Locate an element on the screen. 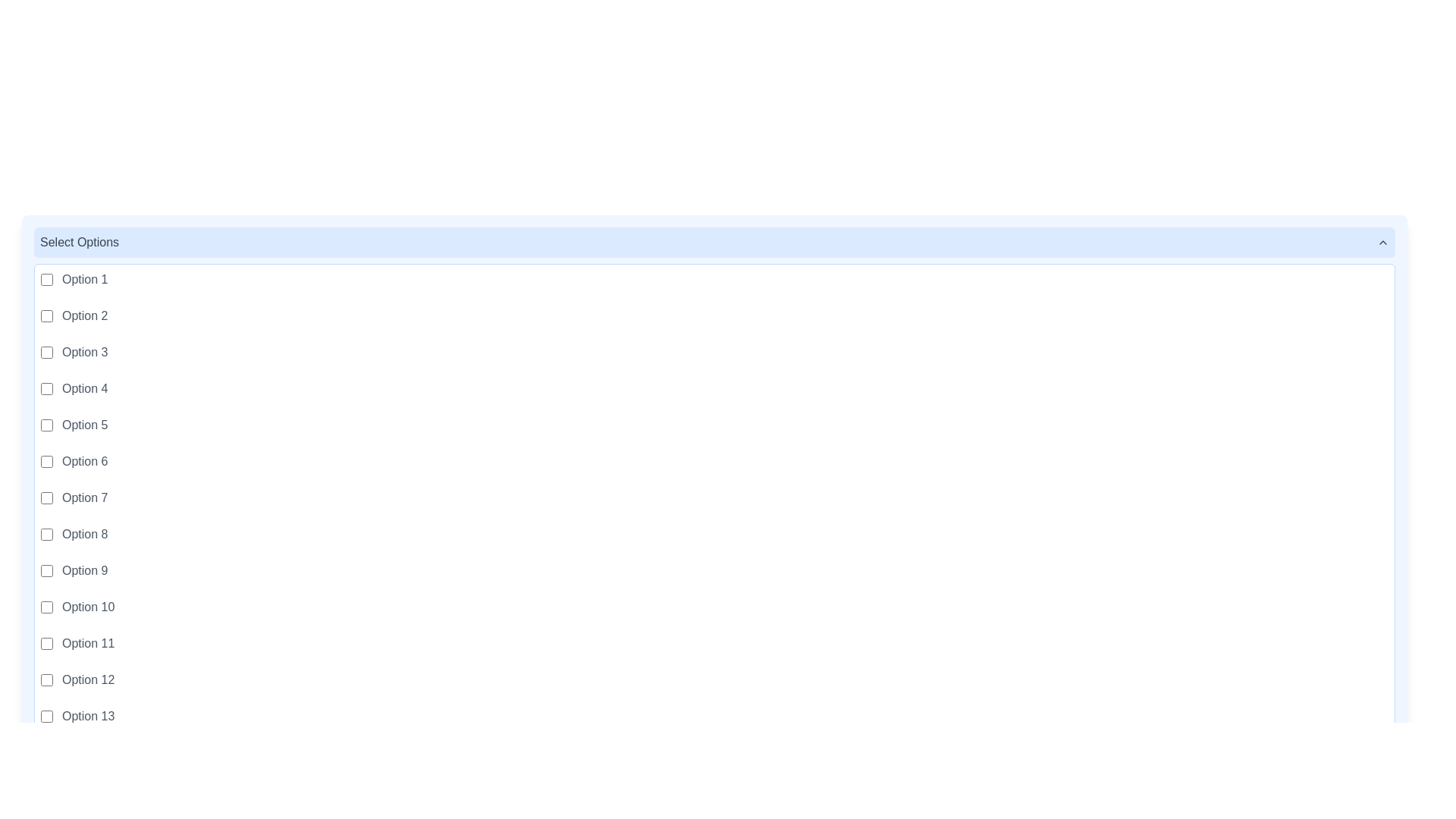 Image resolution: width=1456 pixels, height=819 pixels. the checkbox with a blue border and a blue tick associated with the label 'Option 12' is located at coordinates (47, 679).